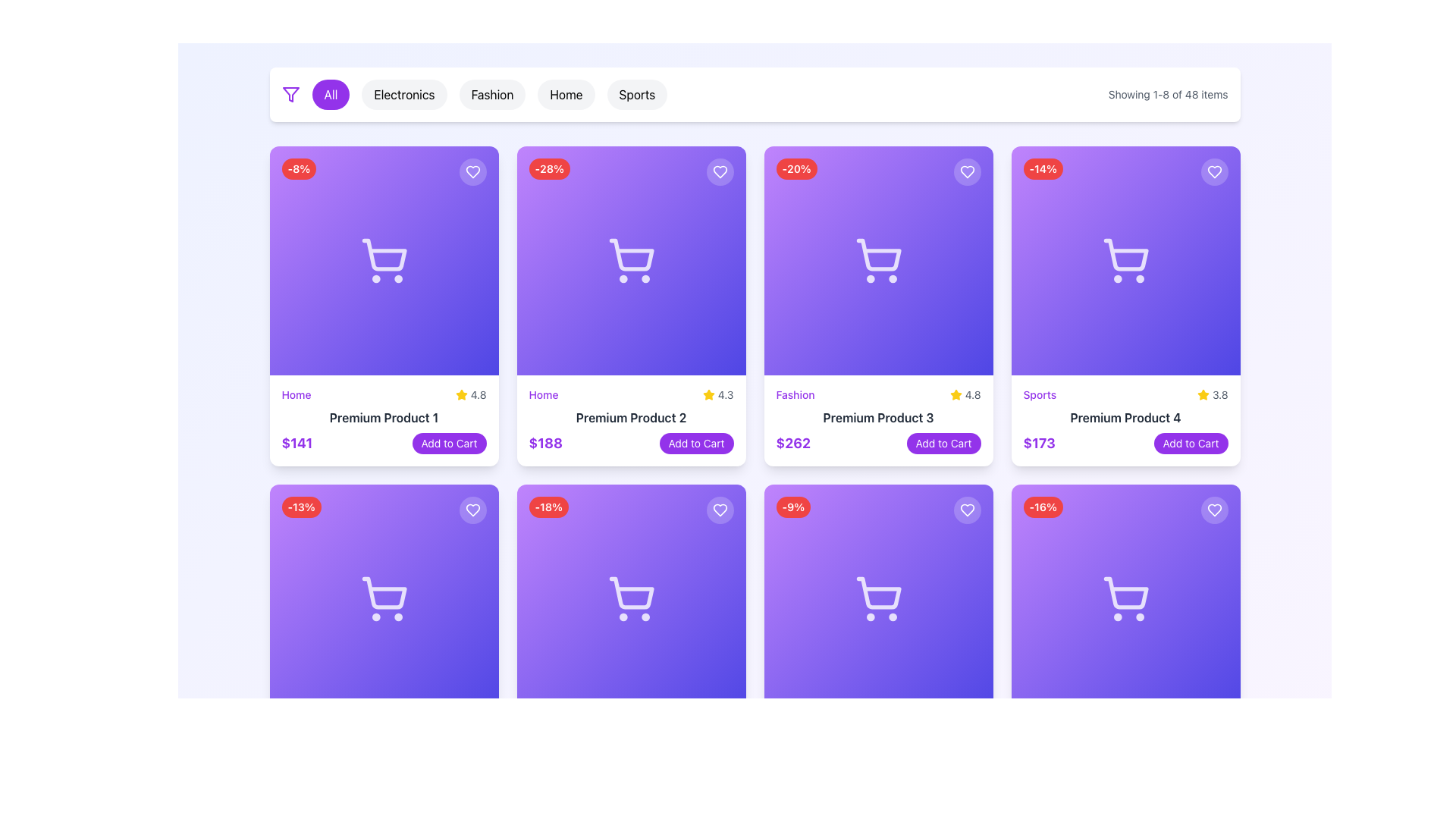 This screenshot has height=819, width=1456. Describe the element at coordinates (631, 254) in the screenshot. I see `the minimalist line-drawn shopping cart icon located at the top section of the second product card in the grid` at that location.